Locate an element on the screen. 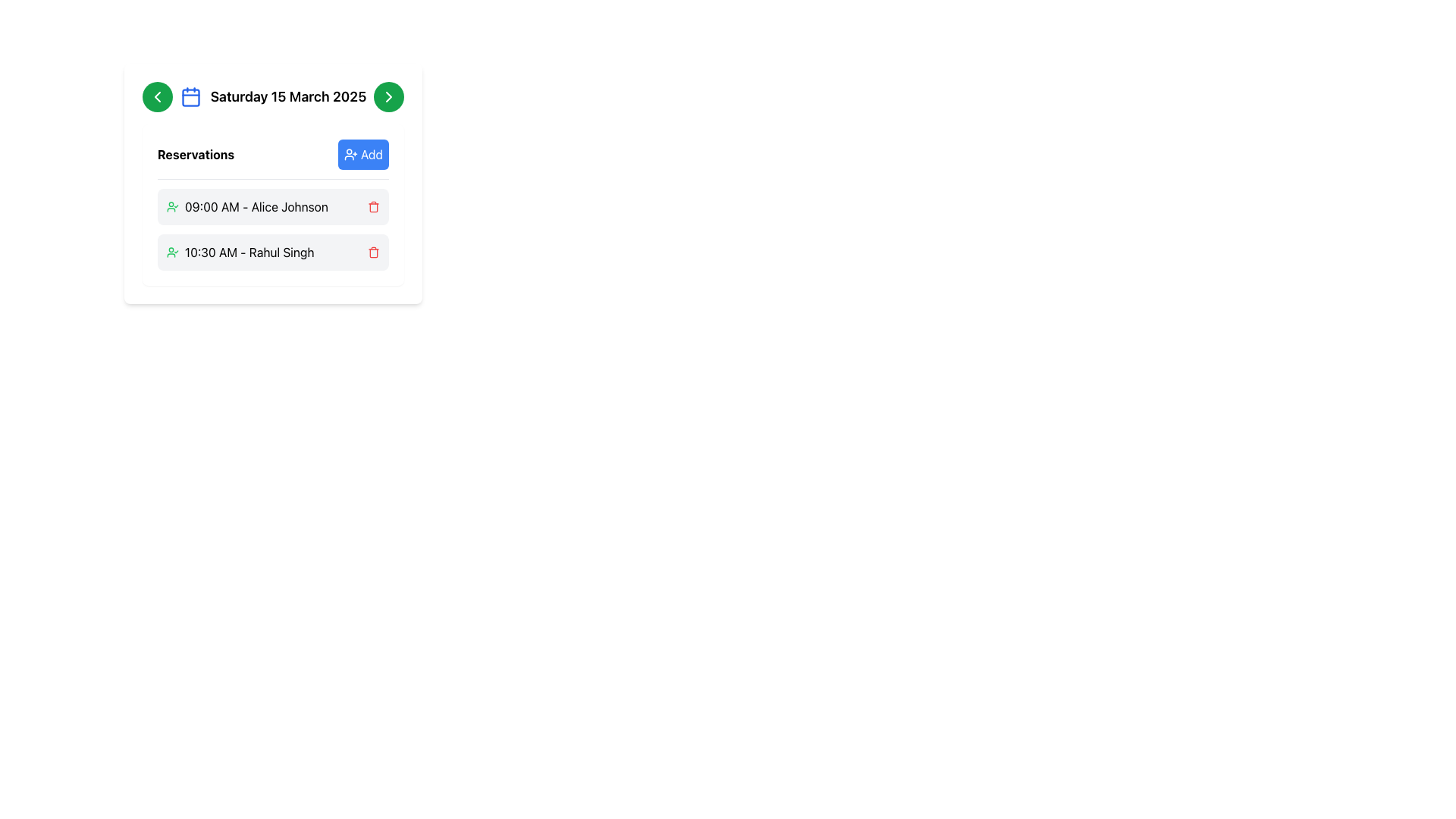 This screenshot has width=1456, height=819. the list item displaying '10:30 AM - Rahul Singh' is located at coordinates (240, 251).